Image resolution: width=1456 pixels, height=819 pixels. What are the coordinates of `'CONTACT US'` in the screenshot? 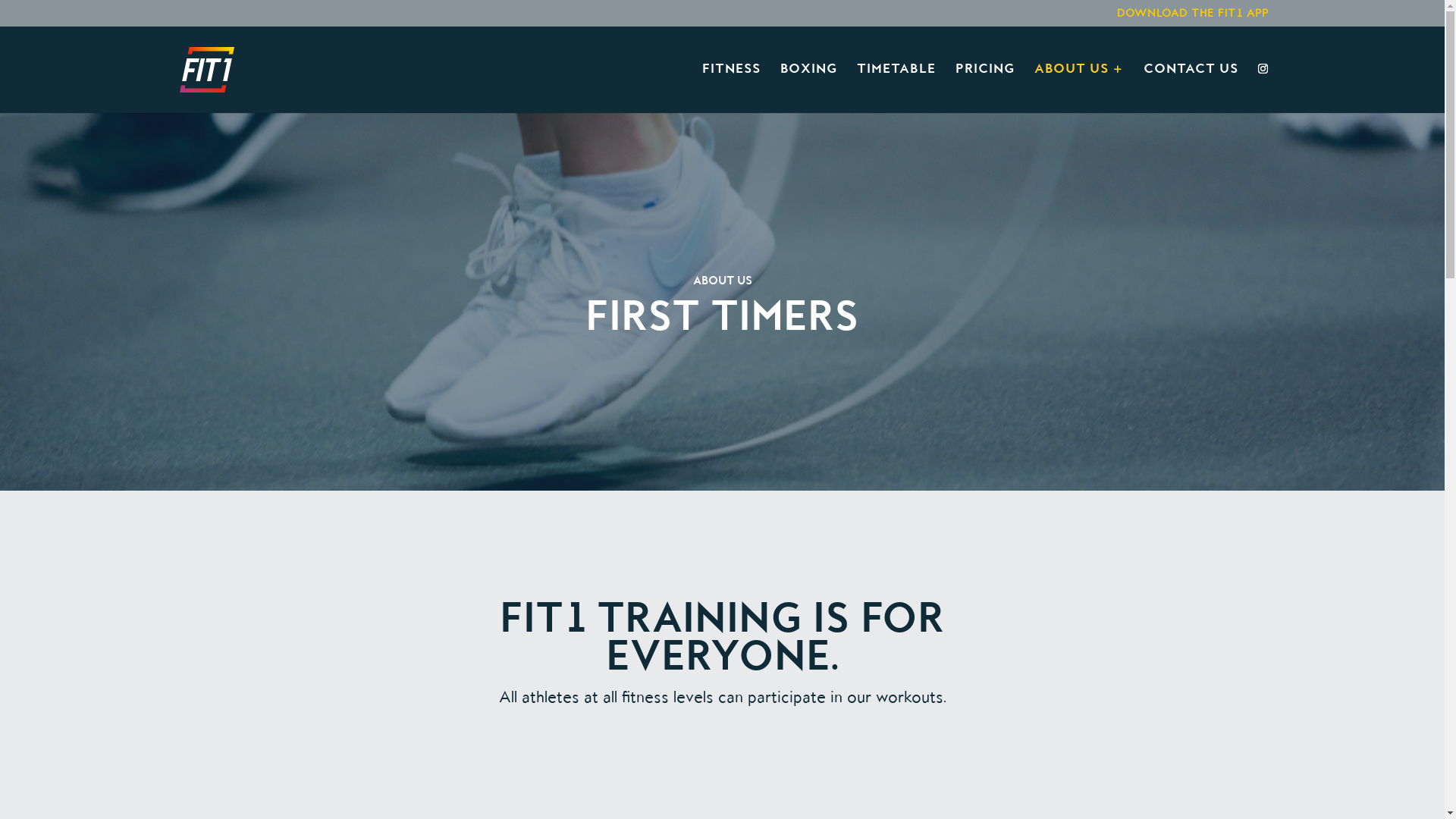 It's located at (1190, 88).